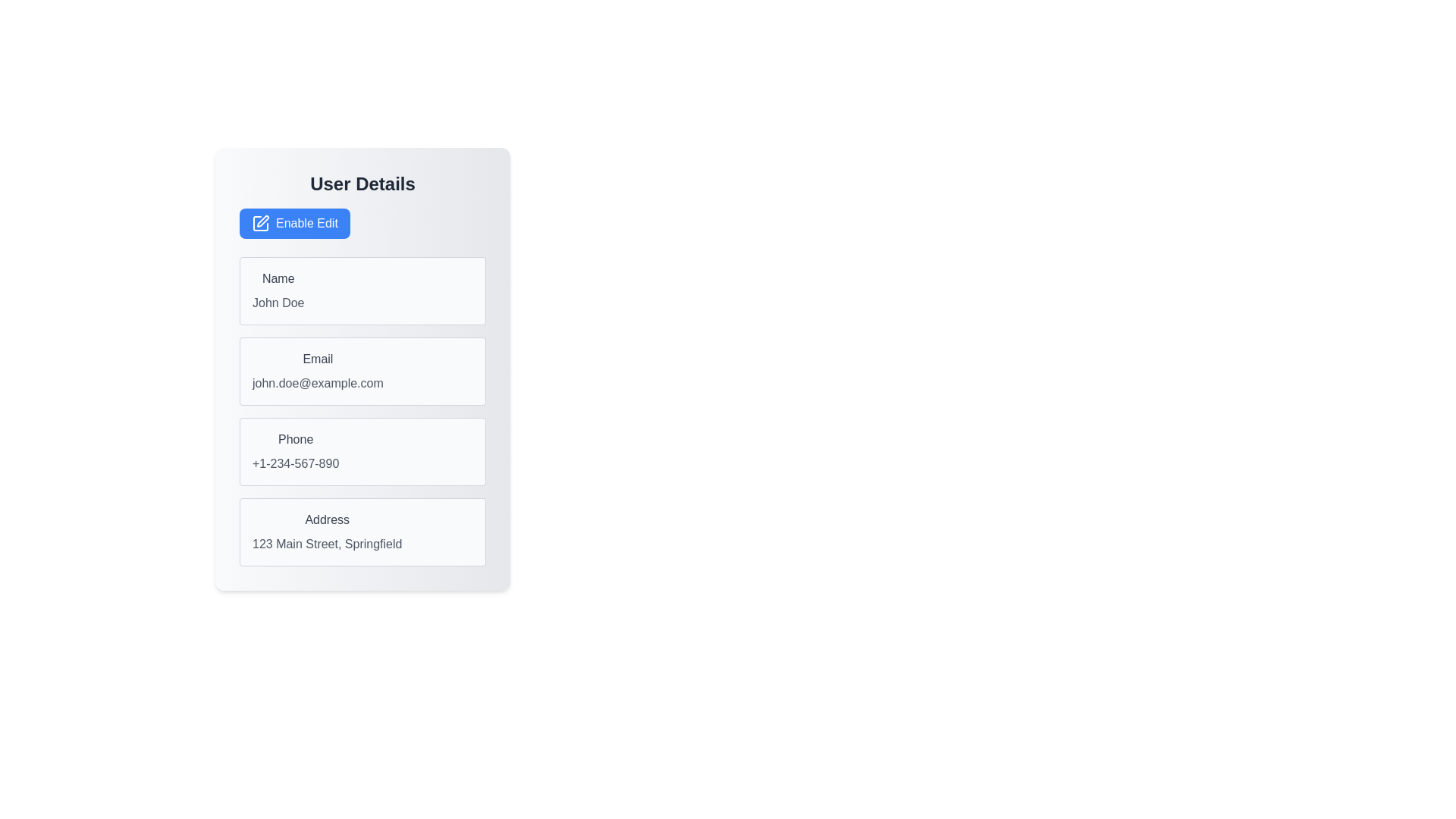 This screenshot has width=1456, height=819. What do you see at coordinates (278, 278) in the screenshot?
I see `the label indicating the user's name, which is positioned above the value 'John Doe' in the user details area` at bounding box center [278, 278].